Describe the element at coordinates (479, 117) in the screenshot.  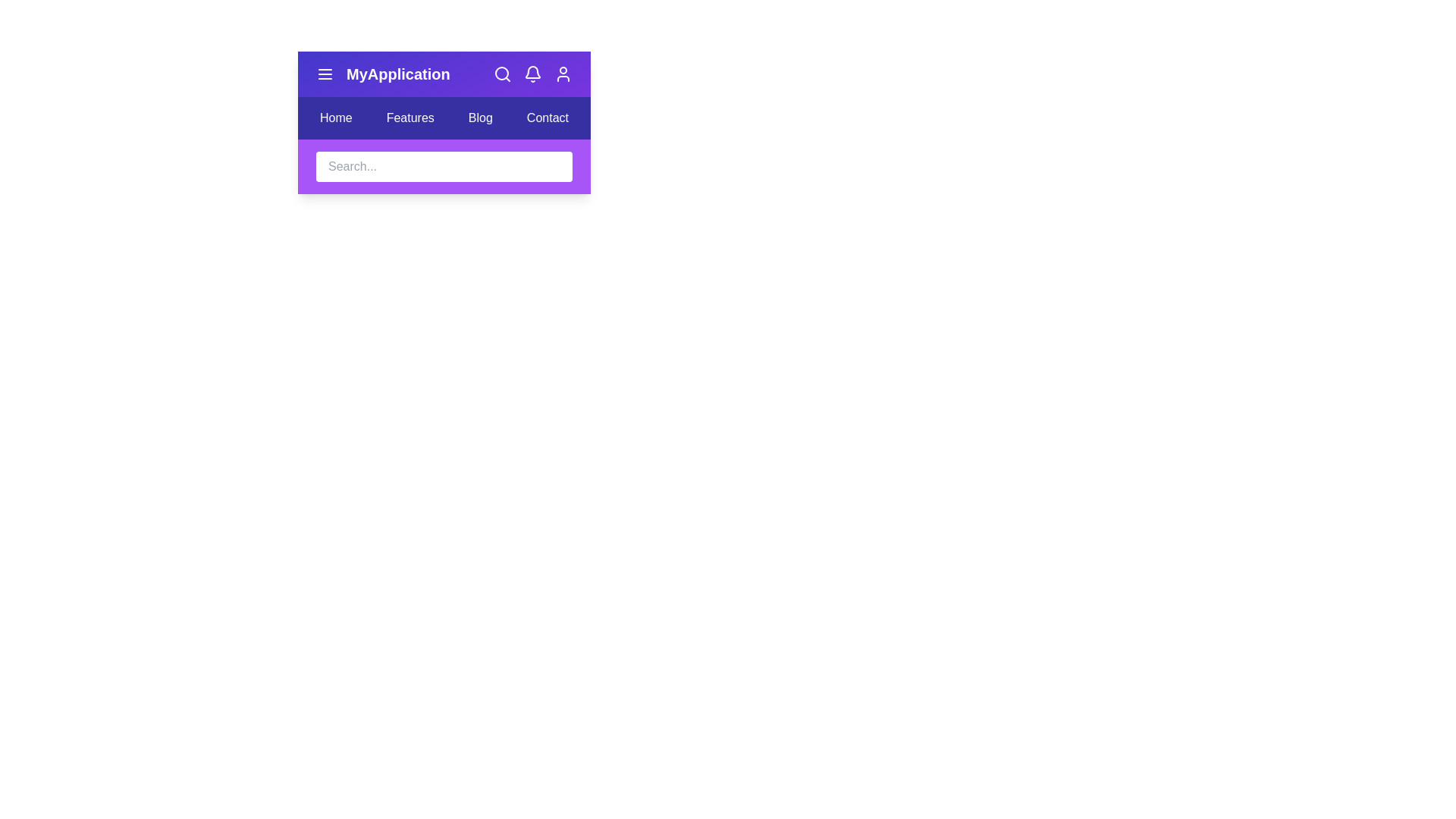
I see `the menu item labeled Blog` at that location.